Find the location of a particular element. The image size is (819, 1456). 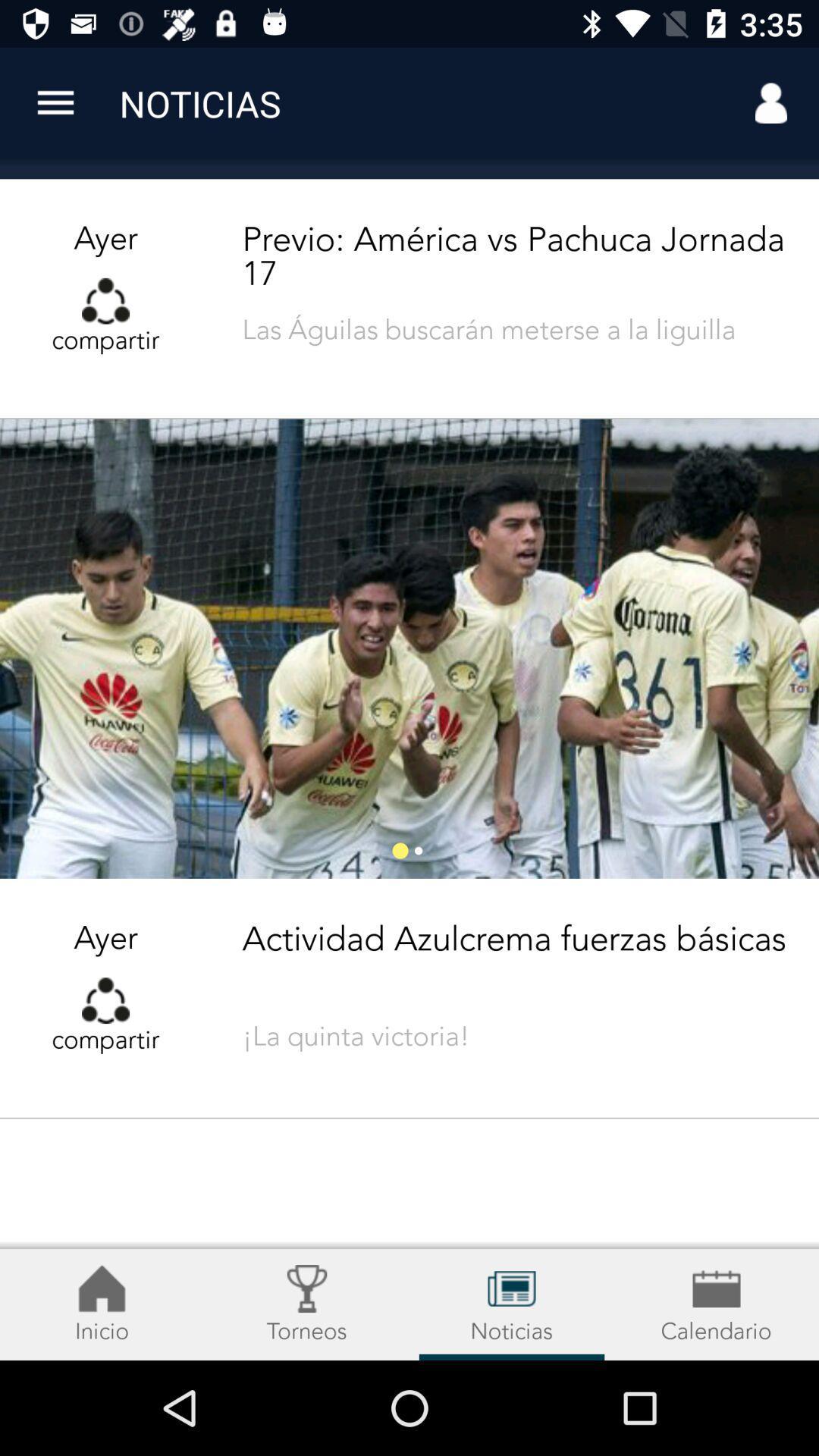

the location icon is located at coordinates (307, 1304).